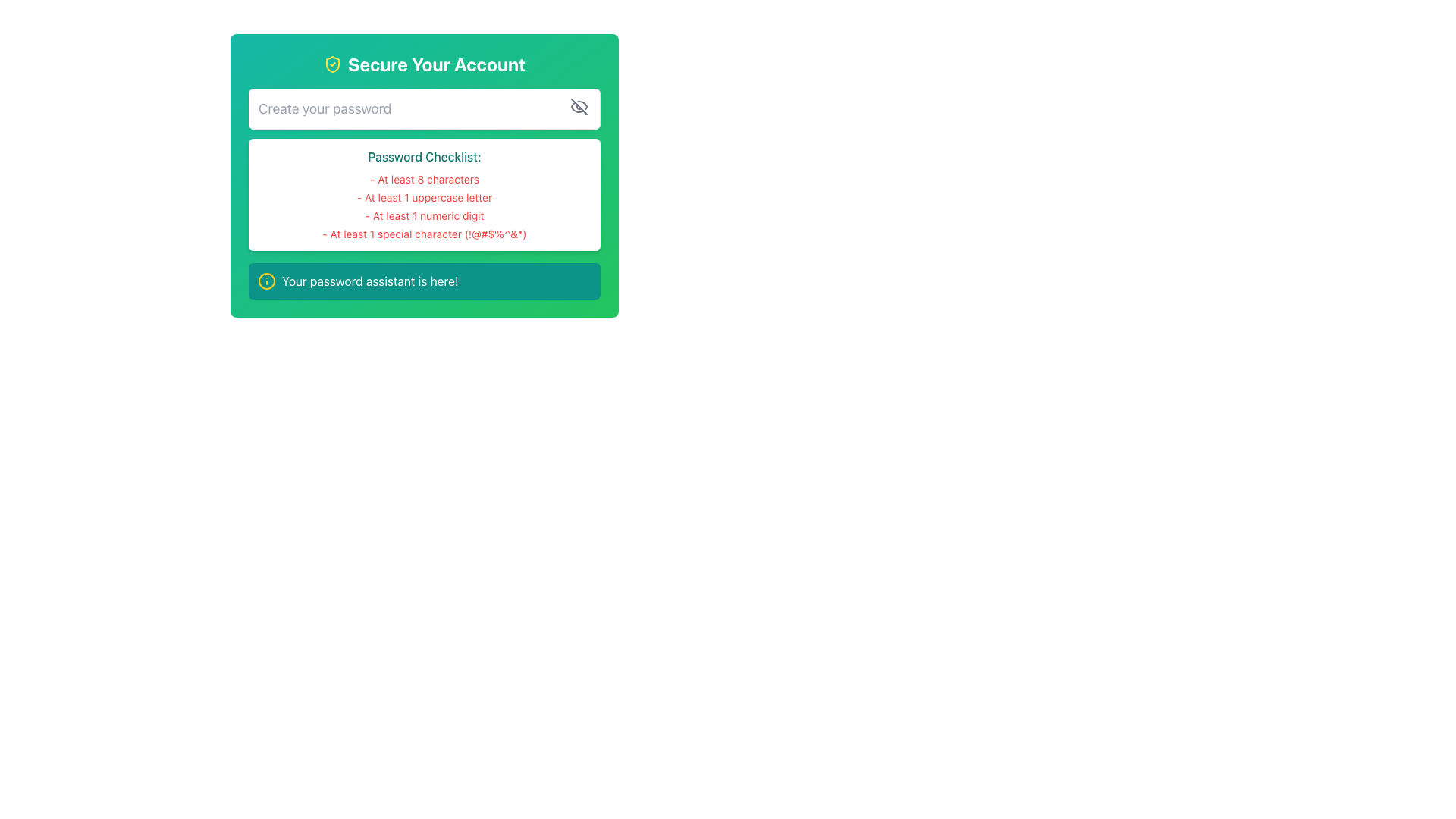 The width and height of the screenshot is (1456, 819). What do you see at coordinates (425, 234) in the screenshot?
I see `the fourth text label in the password checklist that requires at least 1 special character` at bounding box center [425, 234].